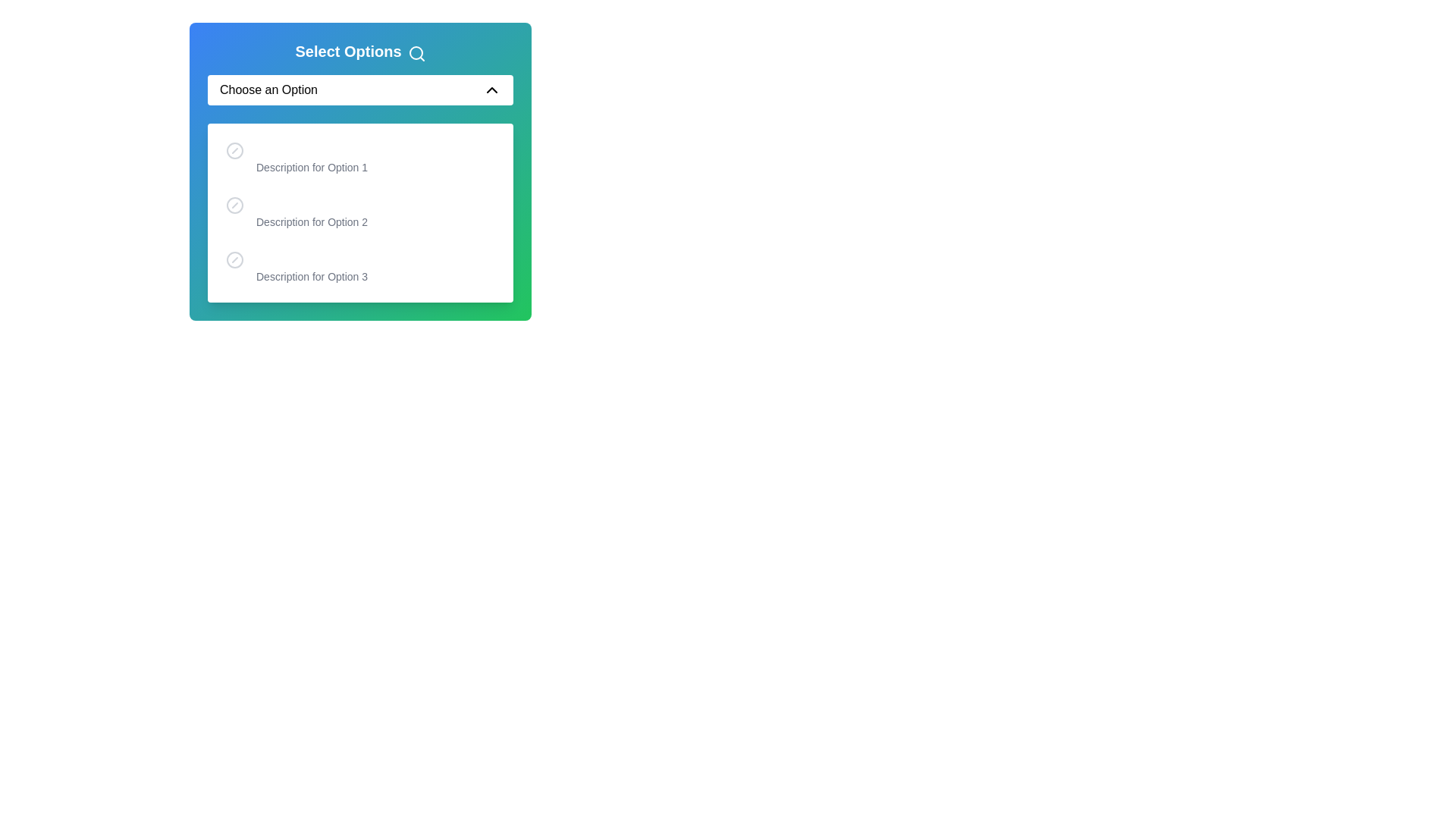 The width and height of the screenshot is (1456, 819). I want to click on the first selectable list item in the dropdown menu, which features a circular icon on the left and the text 'Option 1' with a description below it, so click(359, 158).